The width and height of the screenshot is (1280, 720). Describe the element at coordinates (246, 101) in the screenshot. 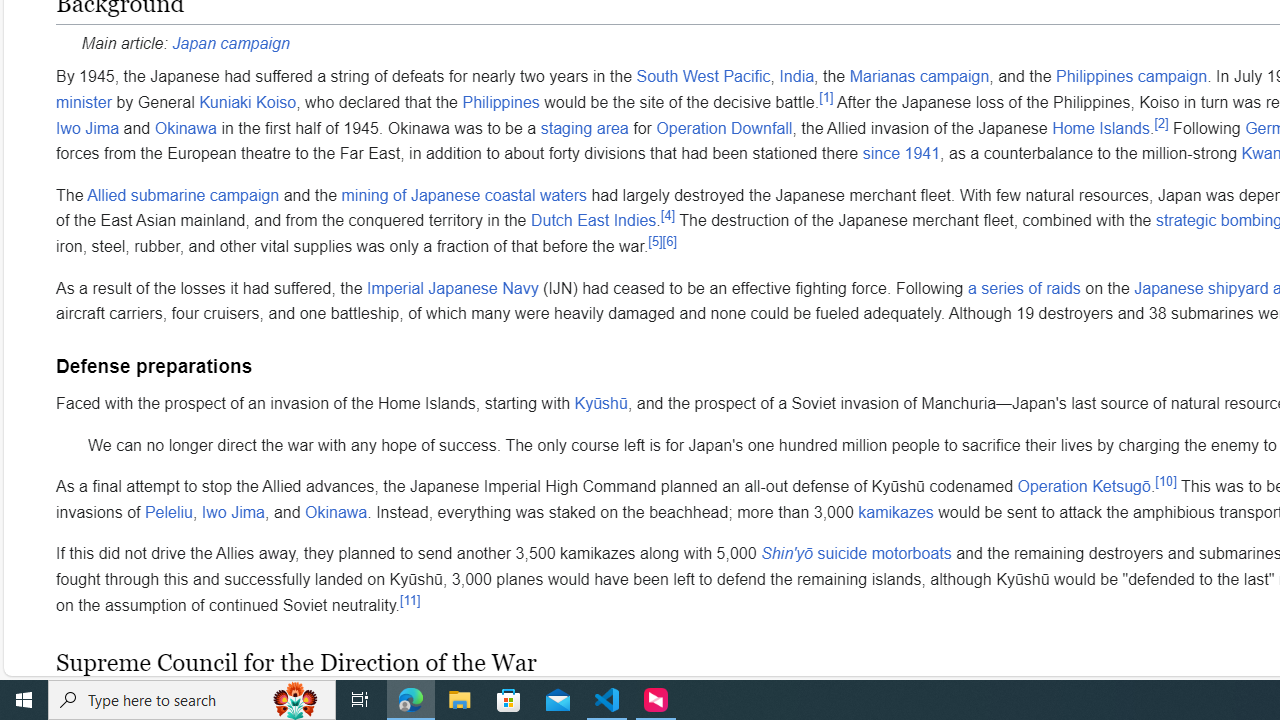

I see `'Kuniaki Koiso'` at that location.